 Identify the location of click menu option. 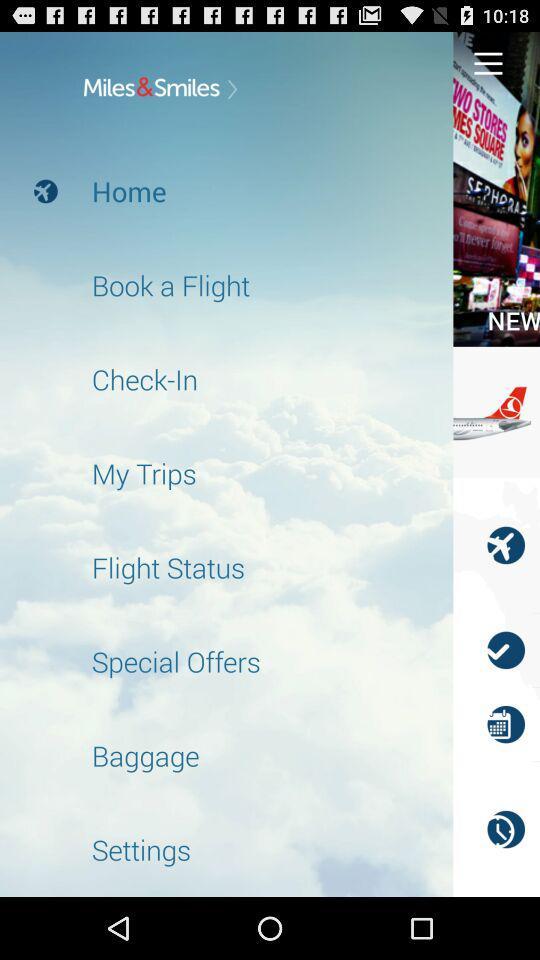
(487, 62).